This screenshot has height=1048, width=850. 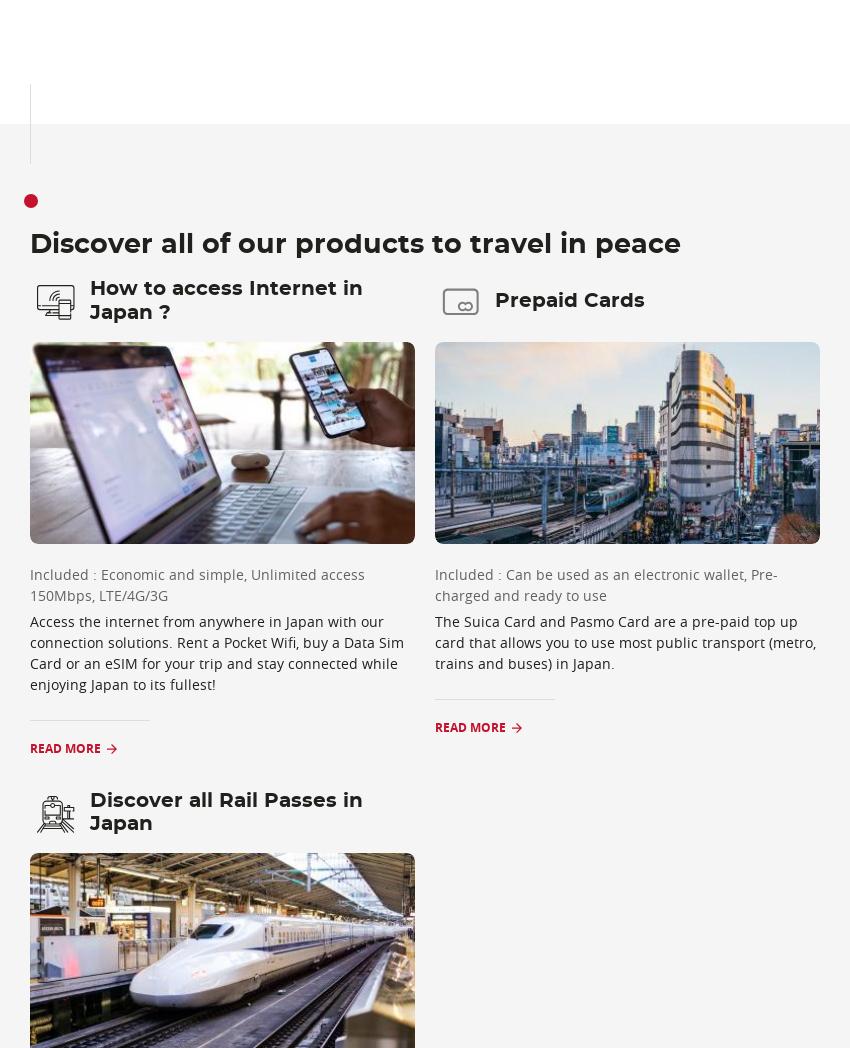 I want to click on 'Access the internet from anywhere in Japan with our connection solutions. Rent a Pocket Wifi, buy a Data Sim Card or an eSIM for your trip and stay connected while enjoying Japan to its fullest!', so click(x=217, y=652).